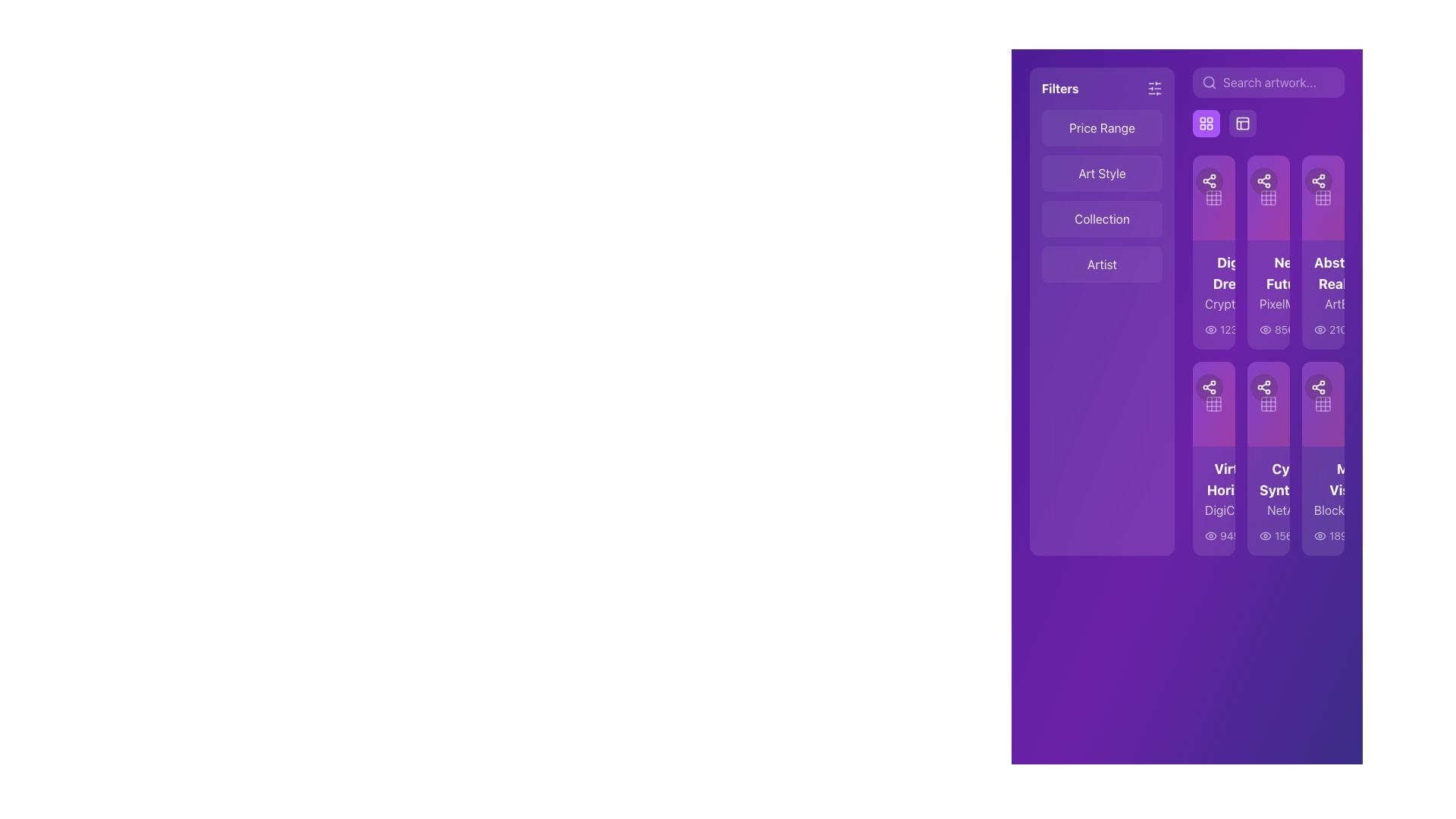 This screenshot has height=819, width=1456. What do you see at coordinates (1242, 122) in the screenshot?
I see `the square icon button with a white outline on a purple background, located in the first row of a button group near the top-right corner of the interface` at bounding box center [1242, 122].